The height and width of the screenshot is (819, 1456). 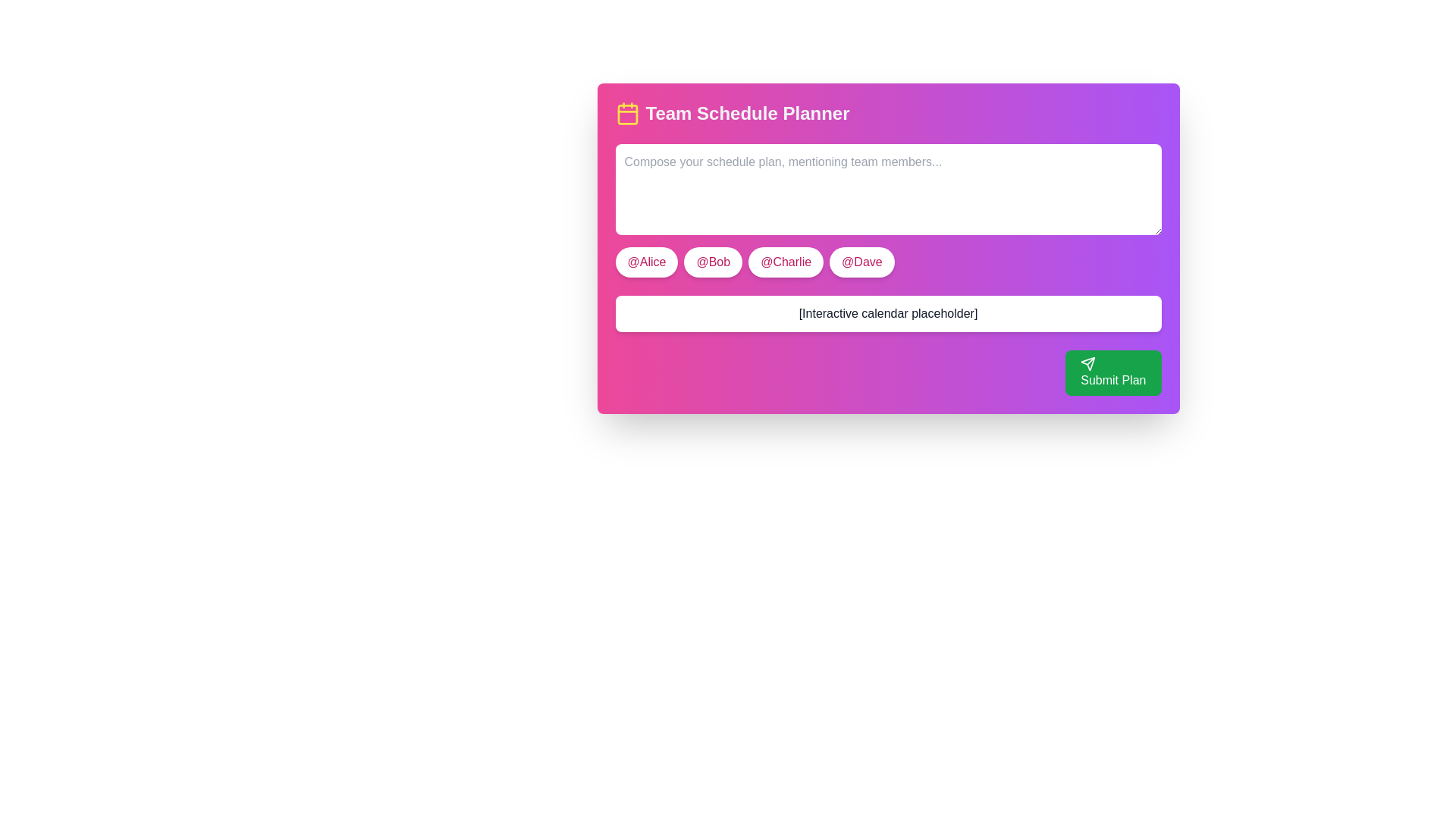 What do you see at coordinates (747, 113) in the screenshot?
I see `the title text element located in the top-left section of the pink-purple gradient card, which is right-aligned to the yellow calendar icon` at bounding box center [747, 113].